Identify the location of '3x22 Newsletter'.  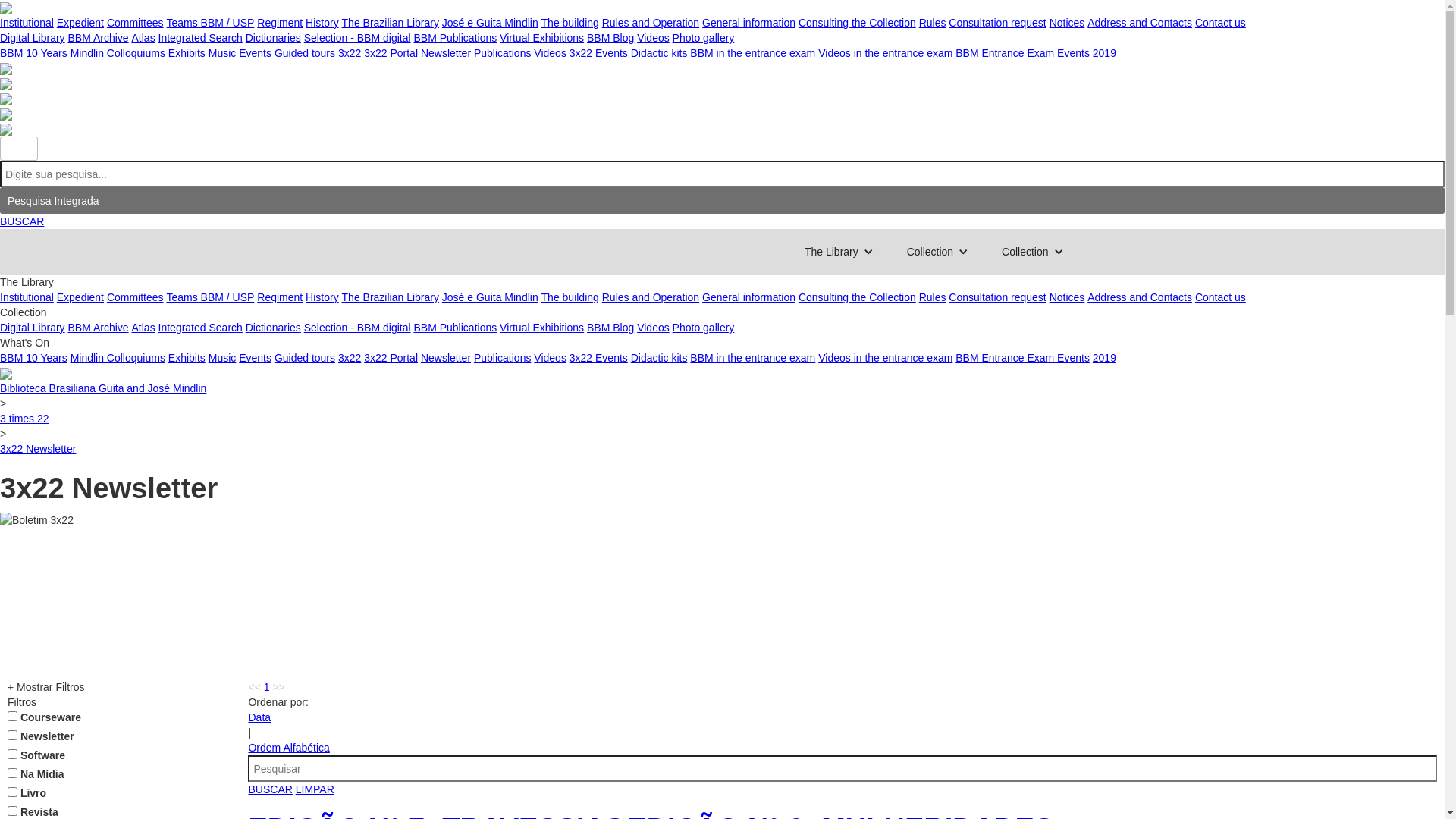
(0, 447).